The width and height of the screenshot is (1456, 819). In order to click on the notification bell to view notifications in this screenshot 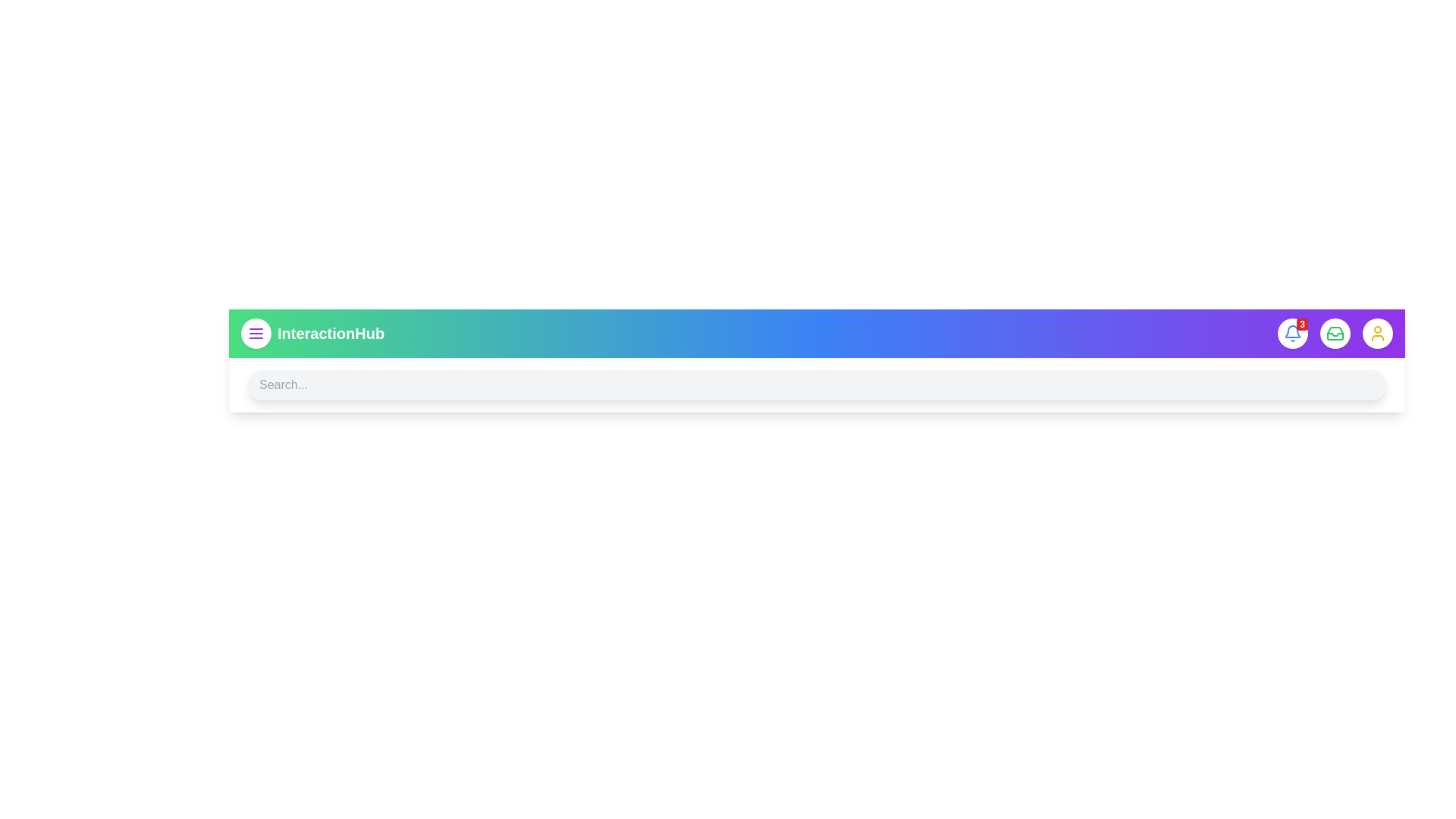, I will do `click(1291, 332)`.